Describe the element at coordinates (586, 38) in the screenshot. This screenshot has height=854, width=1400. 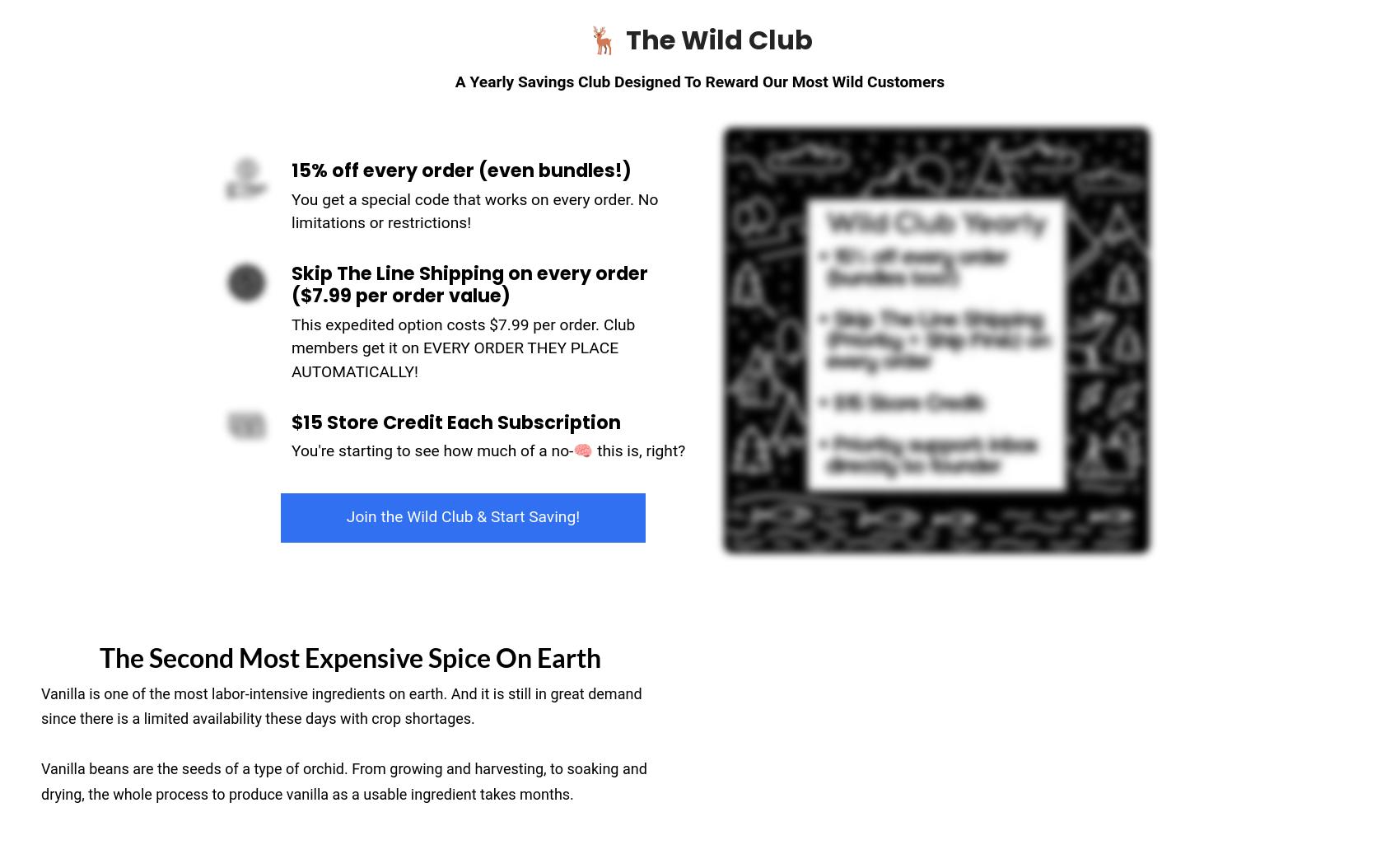
I see `'🦌 The Wild Club'` at that location.